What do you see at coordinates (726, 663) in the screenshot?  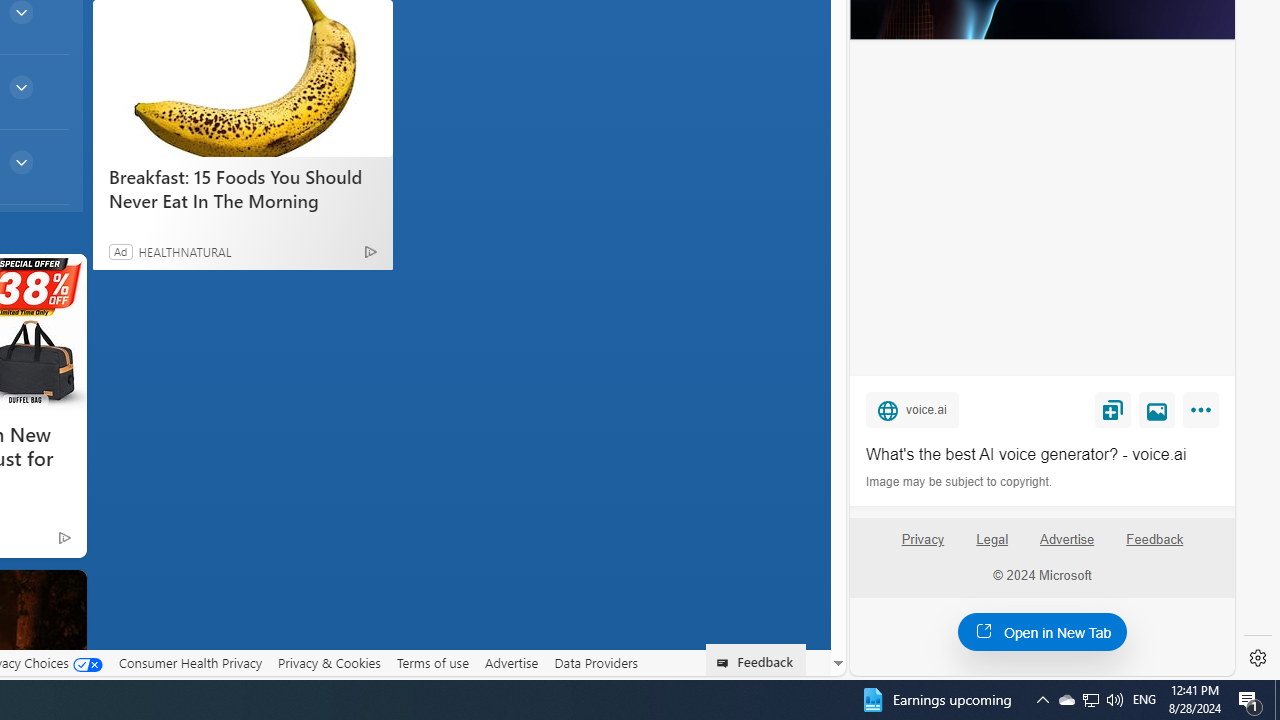 I see `'Class: feedback_link_icon-DS-EntryPoint1-1'` at bounding box center [726, 663].